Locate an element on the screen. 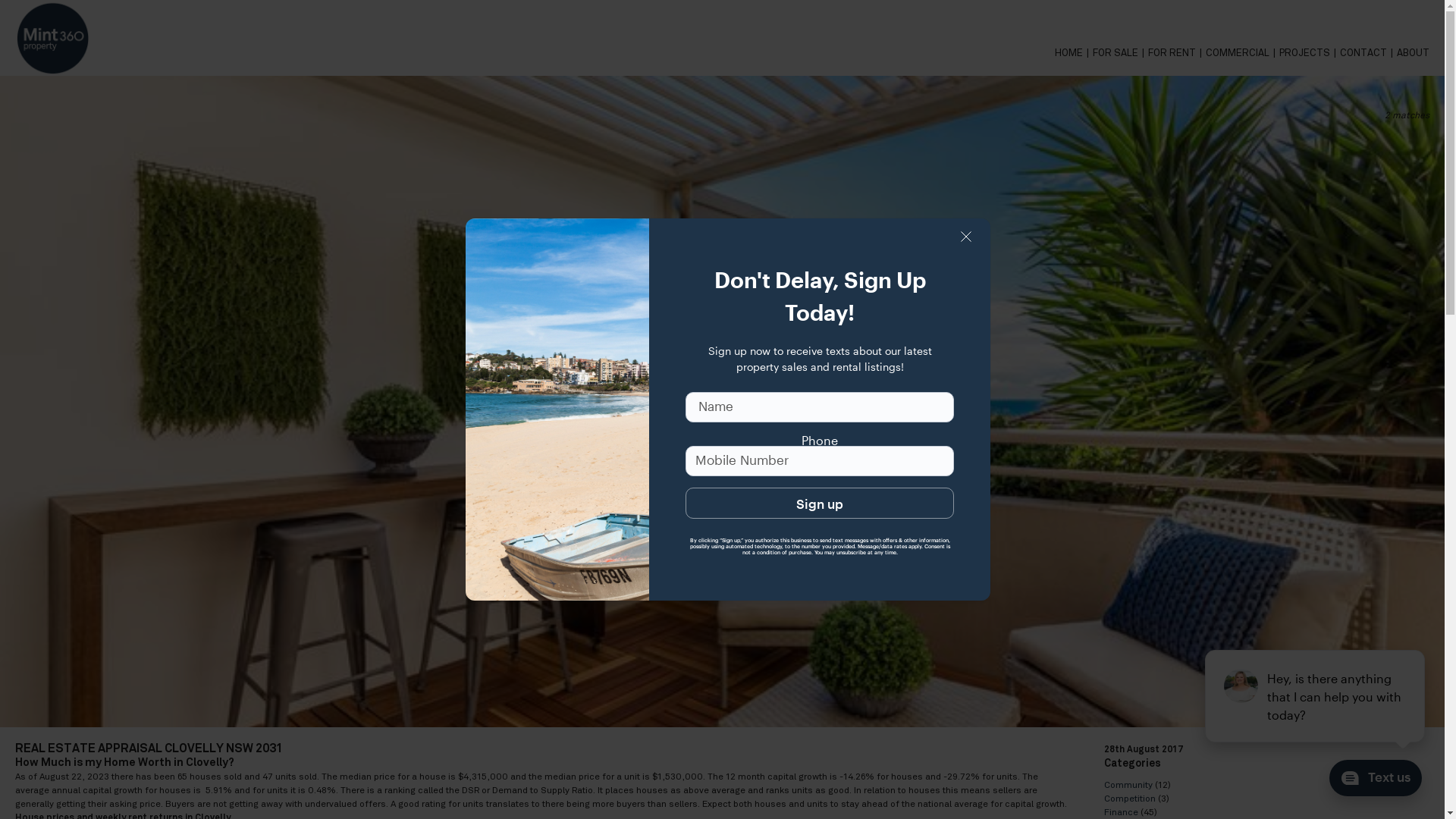 The height and width of the screenshot is (819, 1456). 'Mint360property - ' is located at coordinates (52, 37).